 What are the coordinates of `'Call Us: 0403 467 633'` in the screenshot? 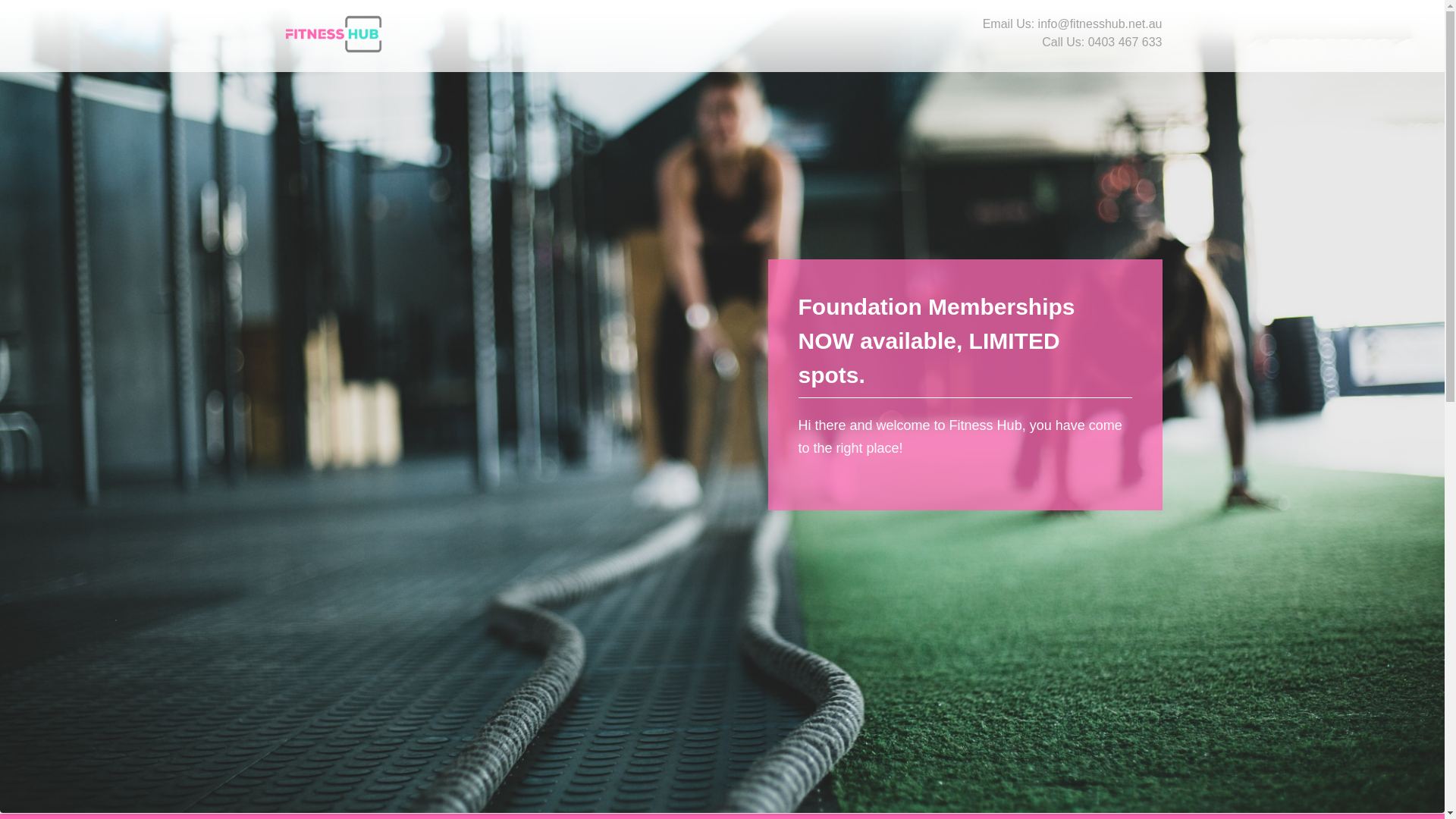 It's located at (1102, 41).